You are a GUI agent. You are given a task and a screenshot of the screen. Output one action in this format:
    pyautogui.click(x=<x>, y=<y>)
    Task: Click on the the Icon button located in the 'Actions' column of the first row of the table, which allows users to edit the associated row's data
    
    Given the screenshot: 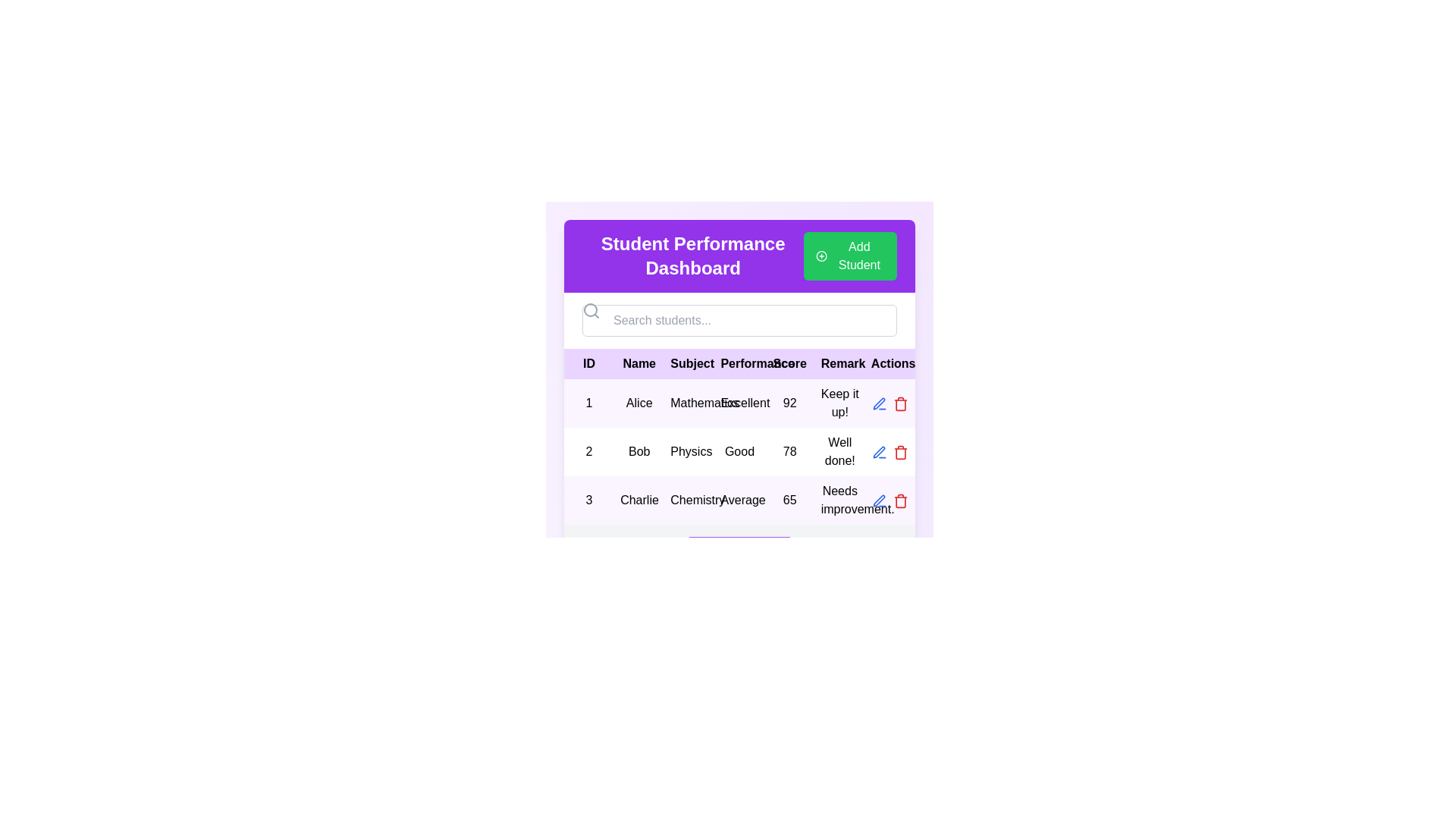 What is the action you would take?
    pyautogui.click(x=879, y=451)
    